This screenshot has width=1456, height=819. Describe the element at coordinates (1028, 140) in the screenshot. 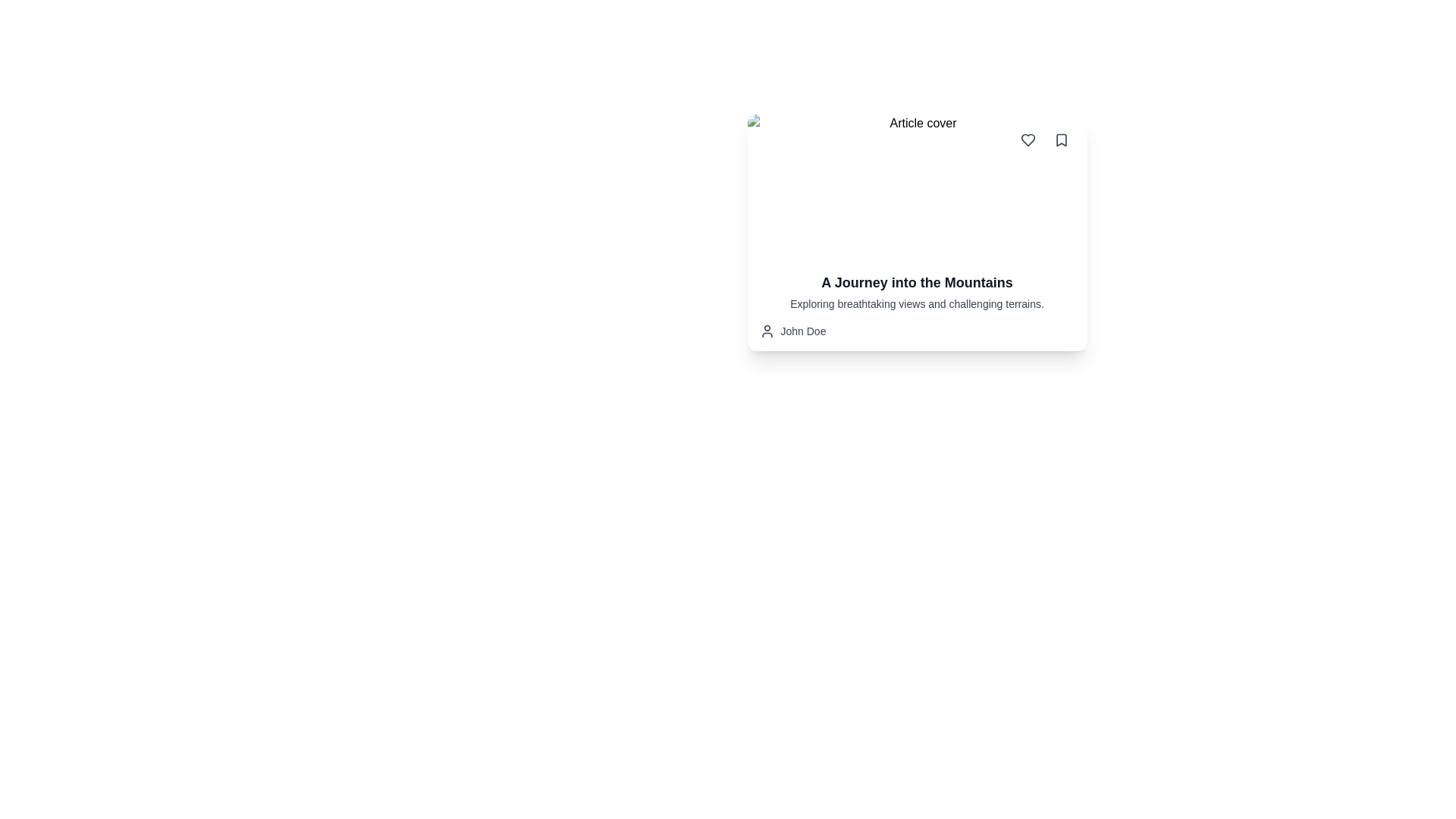

I see `the leftmost circular button in the top-right cluster of the card component` at that location.